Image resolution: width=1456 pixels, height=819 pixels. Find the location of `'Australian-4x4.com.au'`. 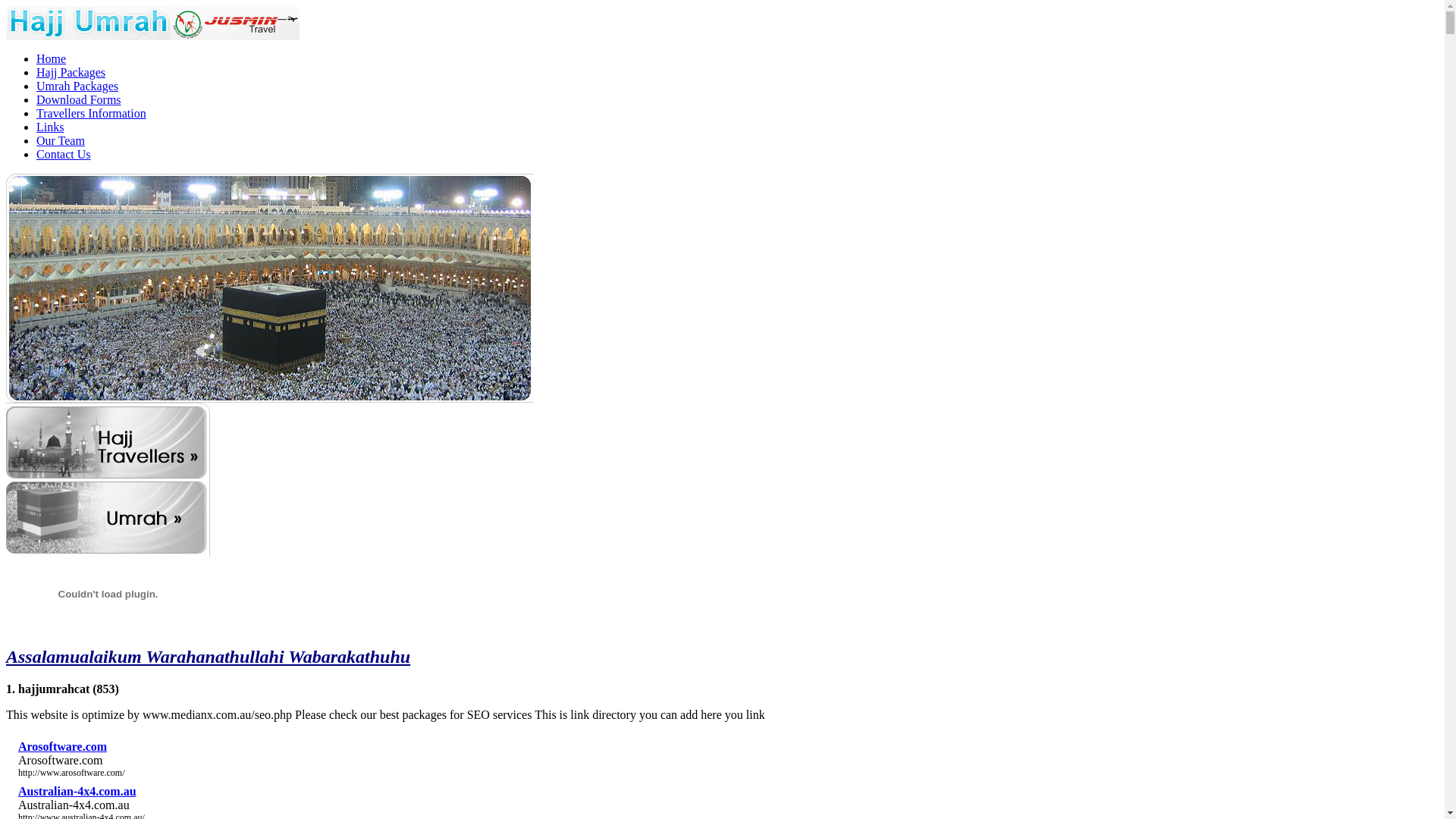

'Australian-4x4.com.au' is located at coordinates (76, 790).